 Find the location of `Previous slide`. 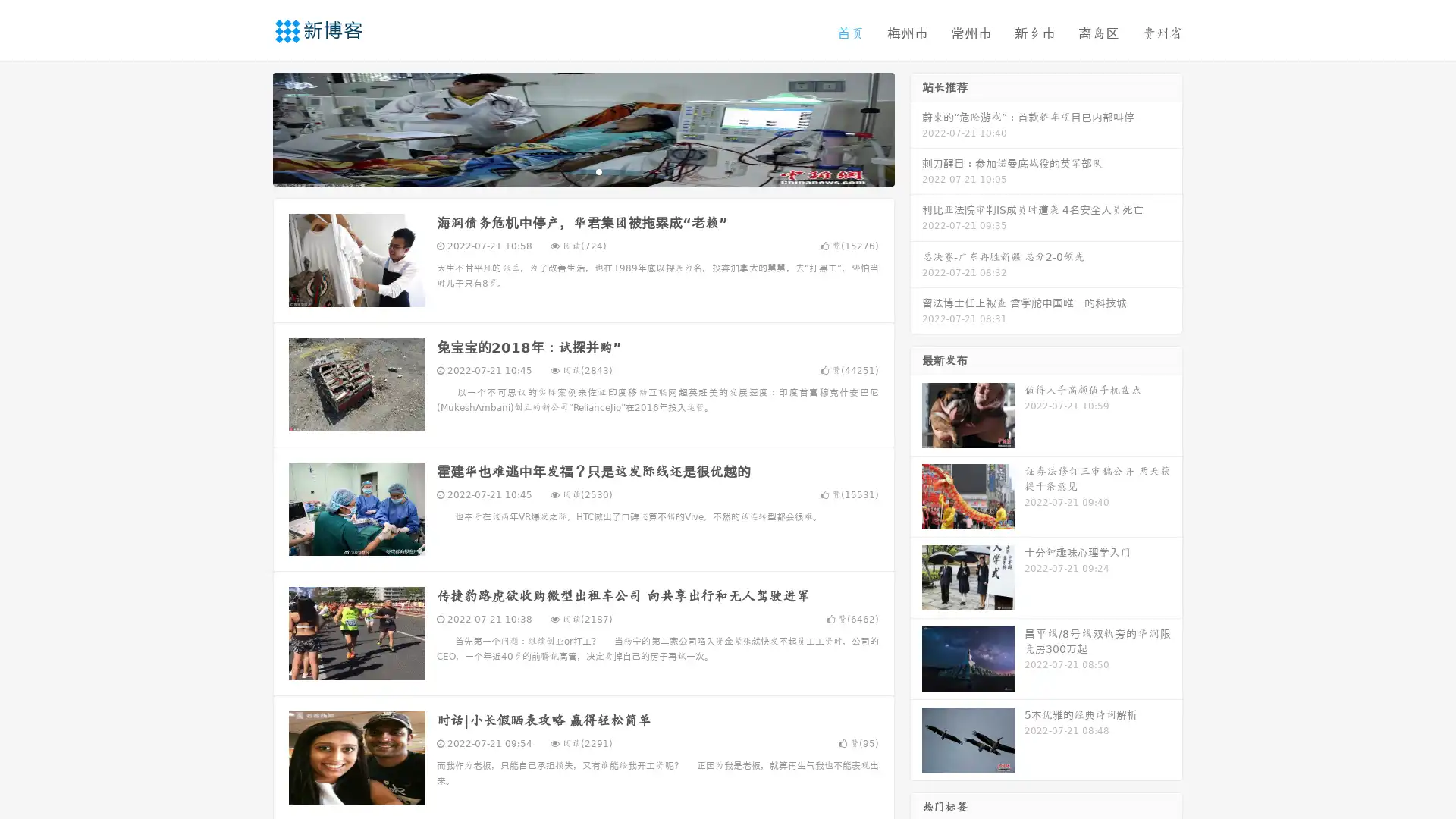

Previous slide is located at coordinates (250, 127).